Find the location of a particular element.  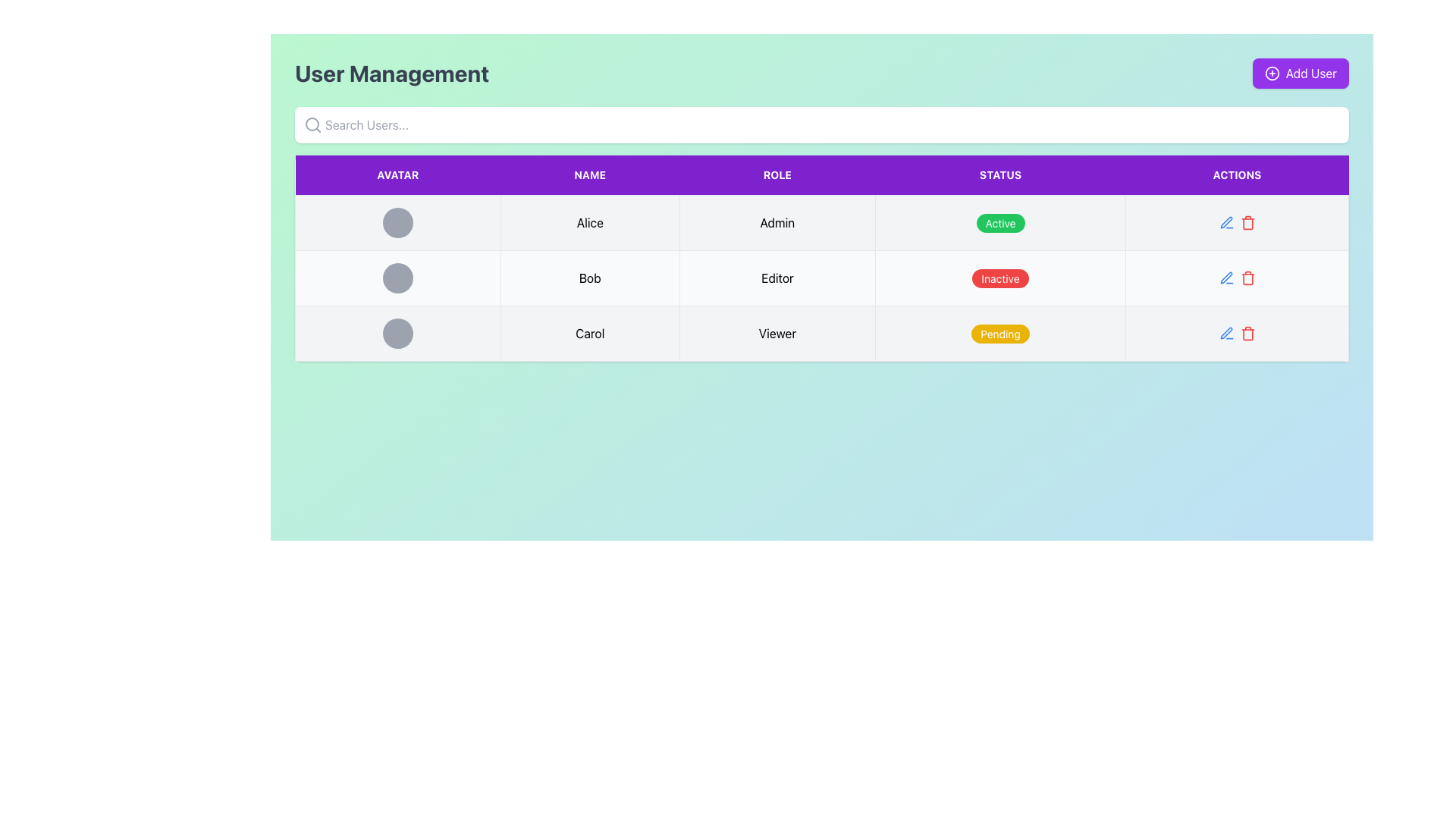

the SVG component that resembles a pen icon, located in the second column under the 'Actions' header in the row associated with 'Bob' is located at coordinates (1226, 222).